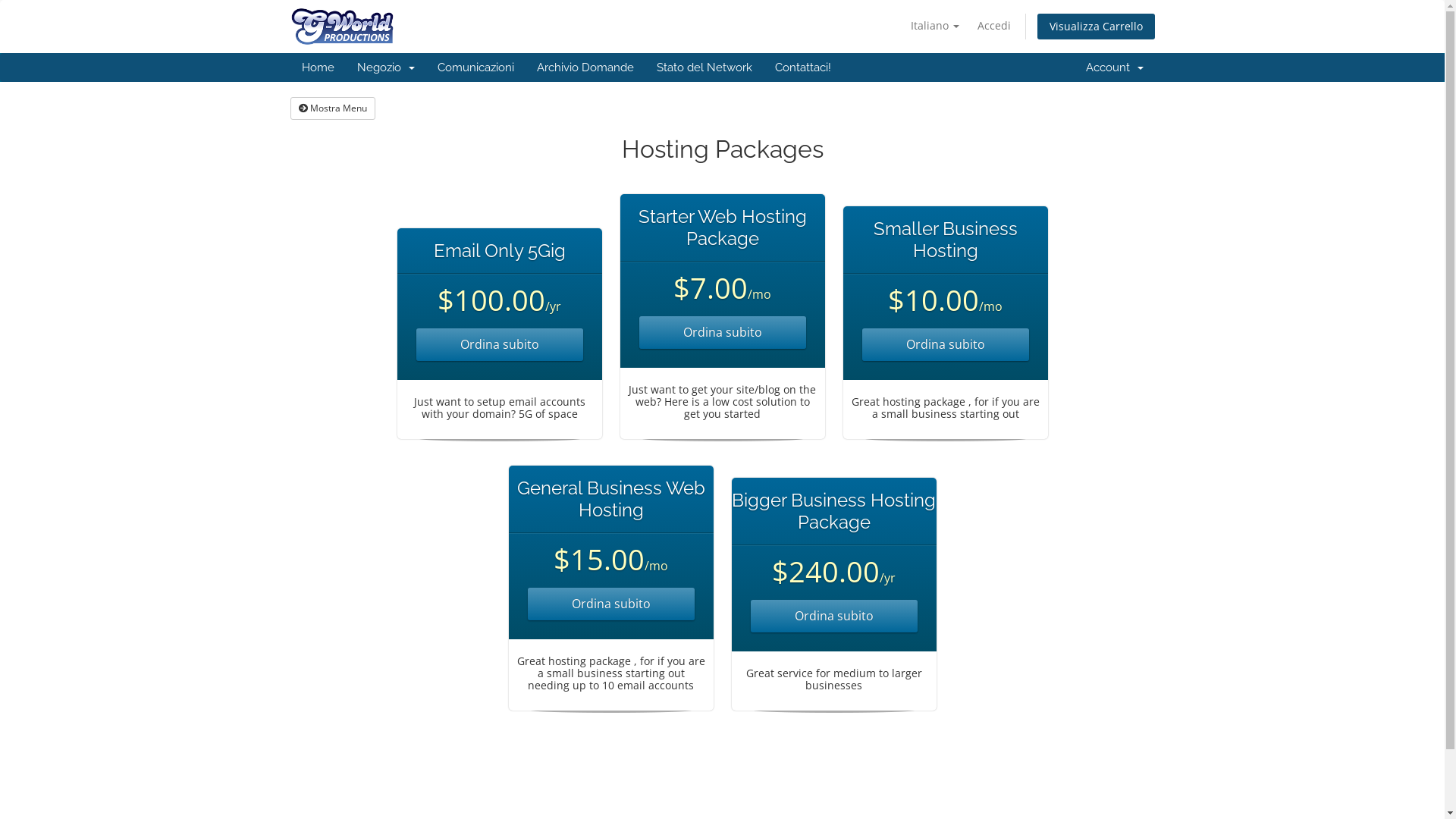  Describe the element at coordinates (584, 66) in the screenshot. I see `'Archivio Domande'` at that location.